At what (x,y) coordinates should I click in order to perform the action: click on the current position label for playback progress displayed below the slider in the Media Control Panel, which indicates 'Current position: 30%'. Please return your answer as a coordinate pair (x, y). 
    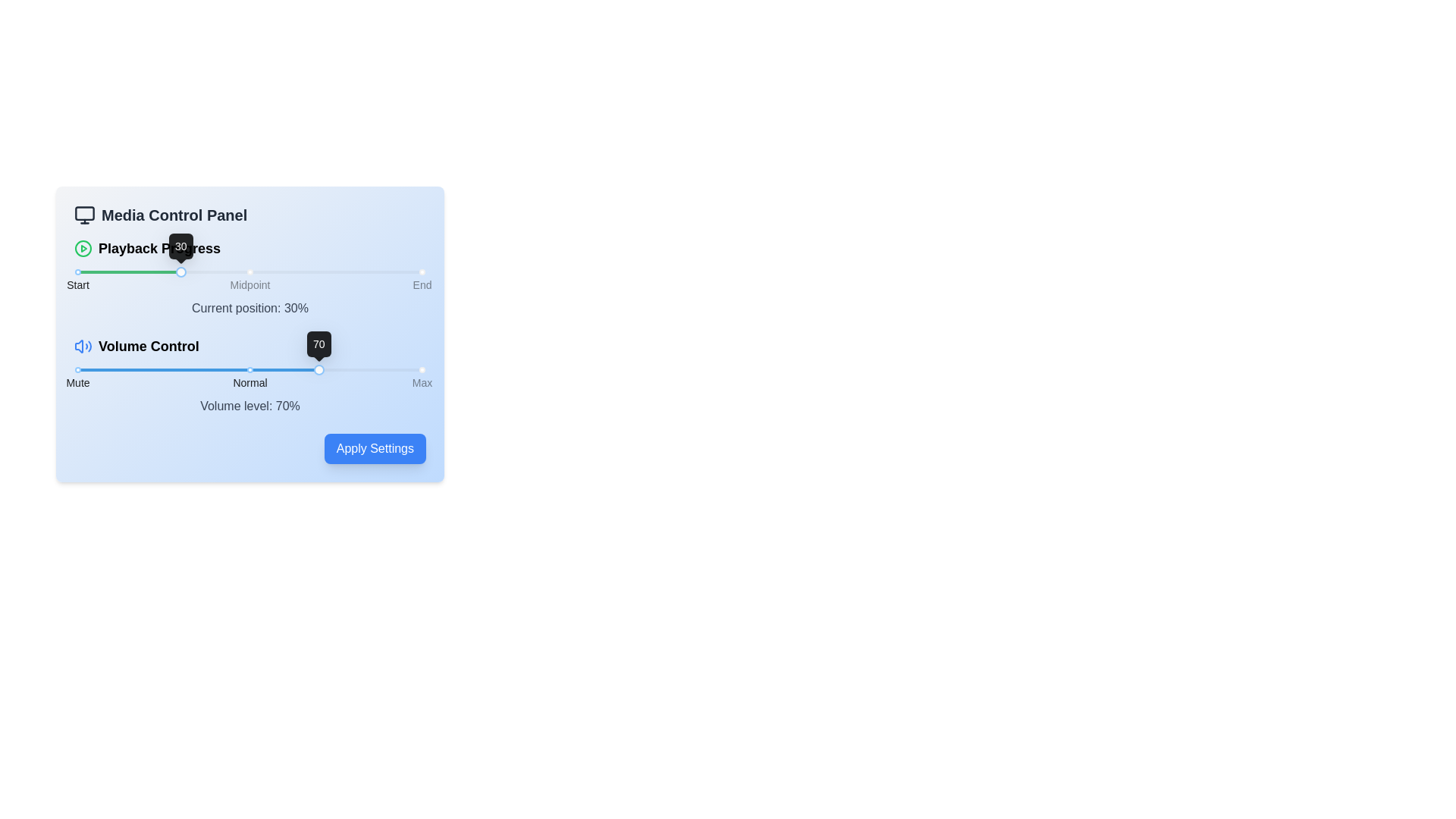
    Looking at the image, I should click on (250, 278).